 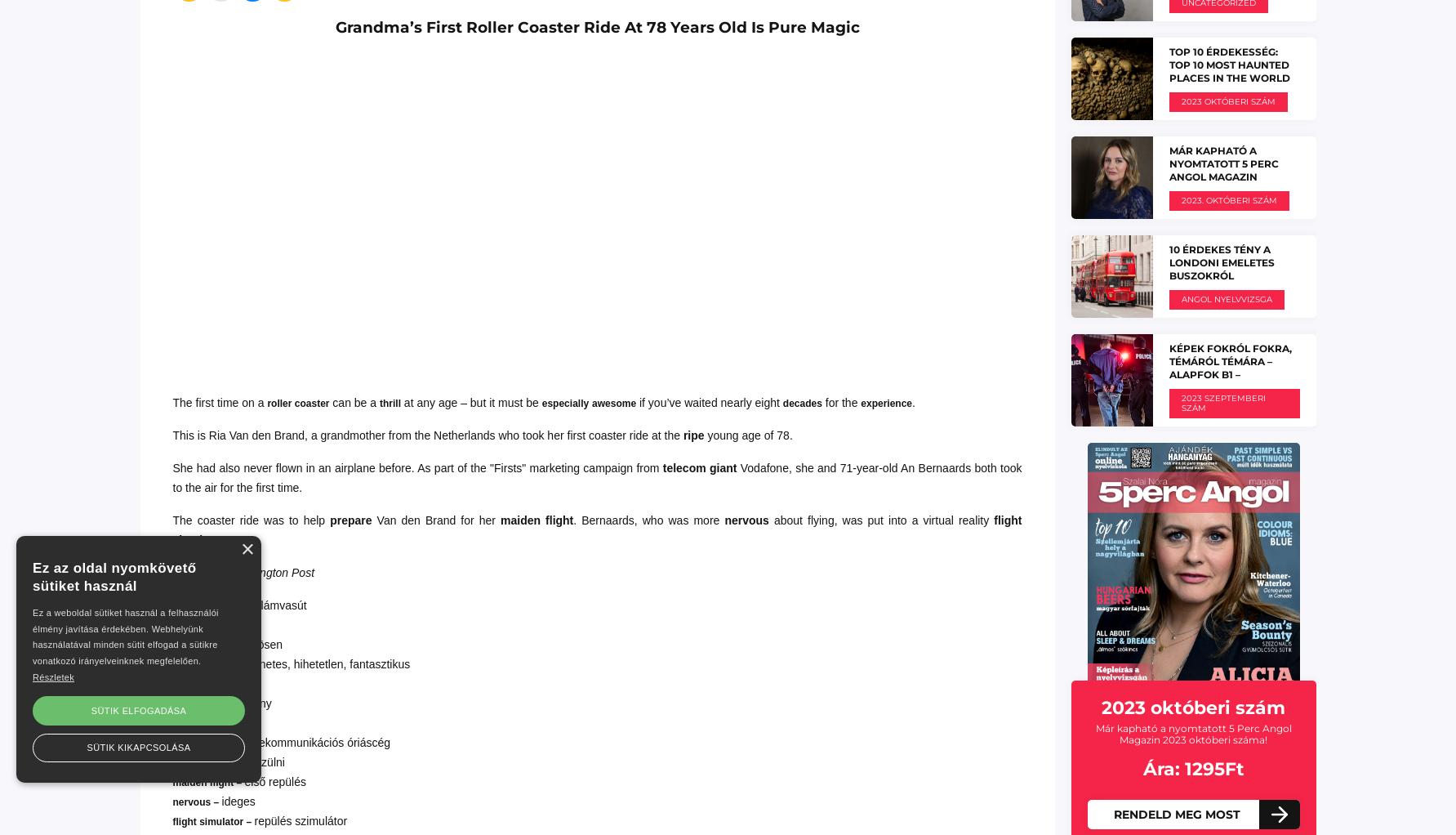 I want to click on 'ideges', so click(x=221, y=799).